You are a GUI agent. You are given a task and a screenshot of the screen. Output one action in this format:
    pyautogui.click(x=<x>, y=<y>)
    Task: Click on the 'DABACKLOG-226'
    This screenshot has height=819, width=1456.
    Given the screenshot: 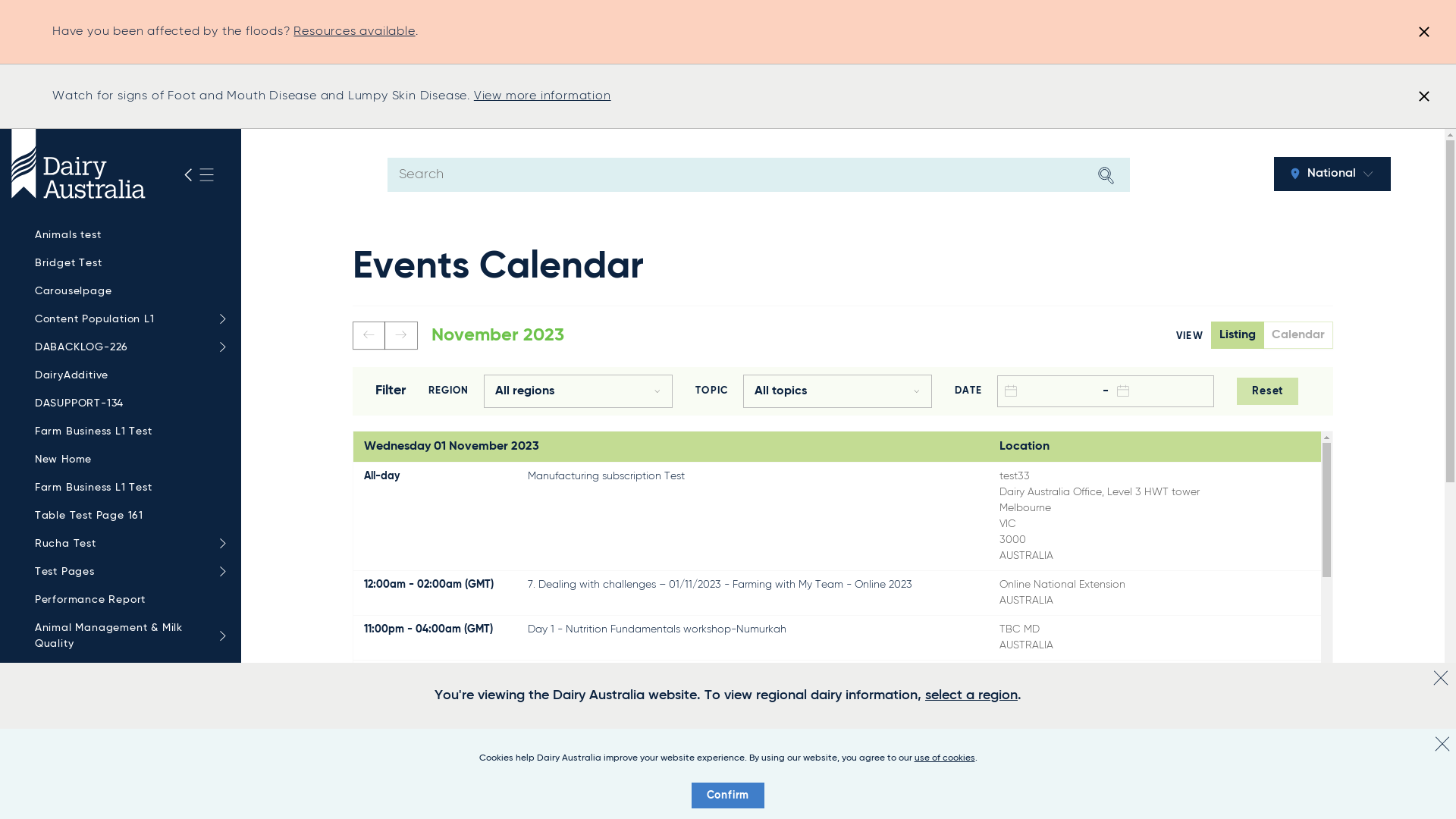 What is the action you would take?
    pyautogui.click(x=127, y=347)
    